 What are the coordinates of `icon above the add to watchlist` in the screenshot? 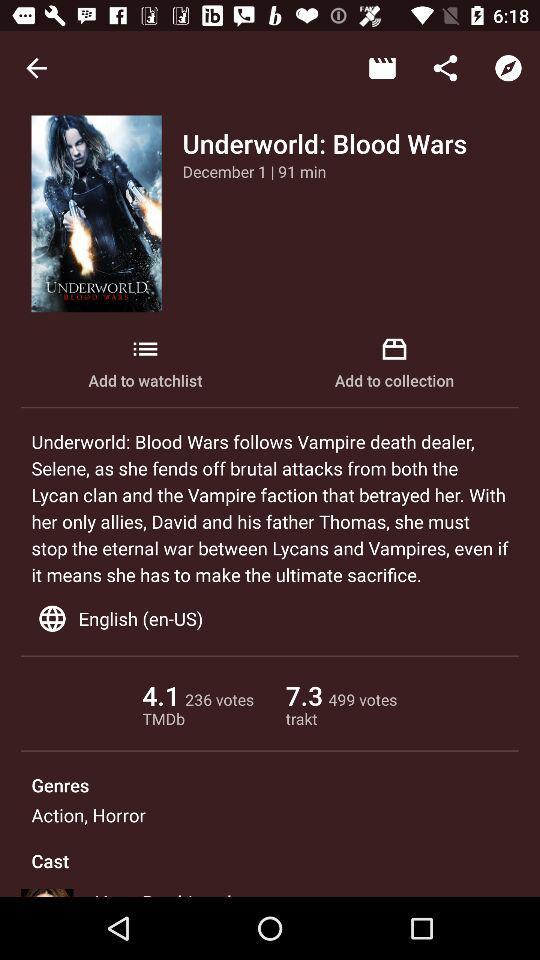 It's located at (254, 170).